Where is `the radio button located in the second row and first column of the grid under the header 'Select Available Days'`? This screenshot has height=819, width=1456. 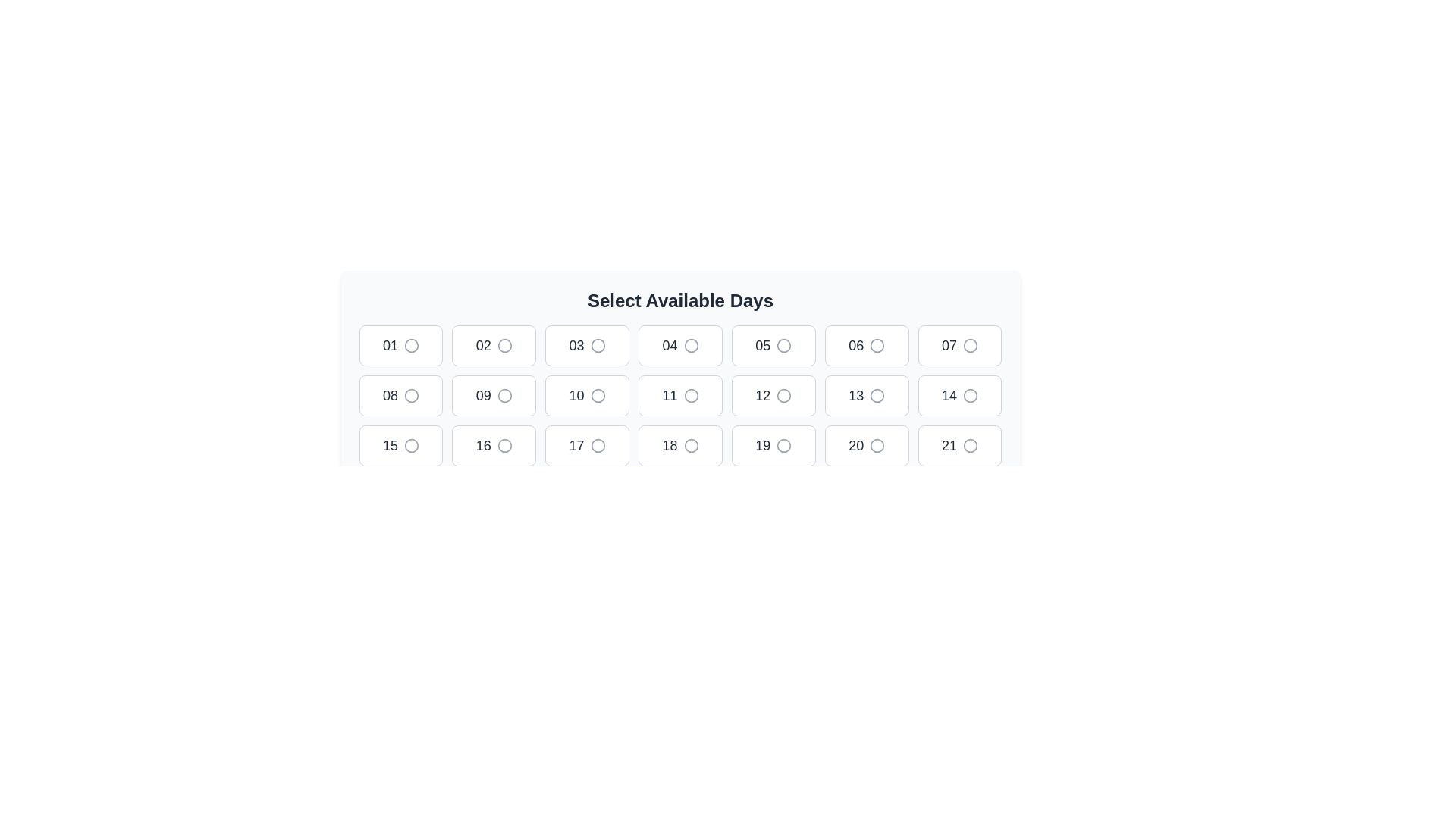
the radio button located in the second row and first column of the grid under the header 'Select Available Days' is located at coordinates (411, 394).